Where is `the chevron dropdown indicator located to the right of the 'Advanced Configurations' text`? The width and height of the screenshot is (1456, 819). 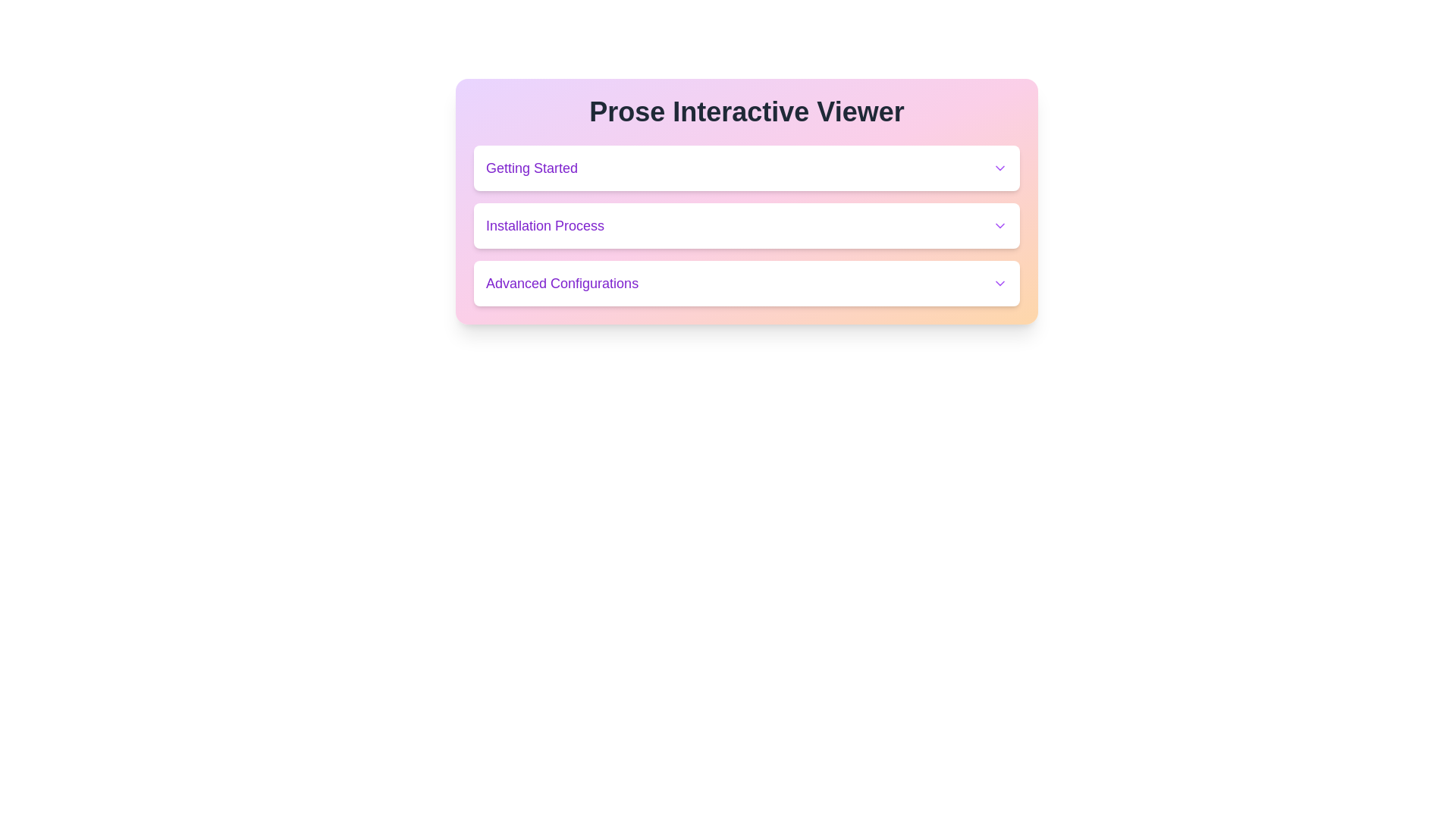 the chevron dropdown indicator located to the right of the 'Advanced Configurations' text is located at coordinates (1000, 284).